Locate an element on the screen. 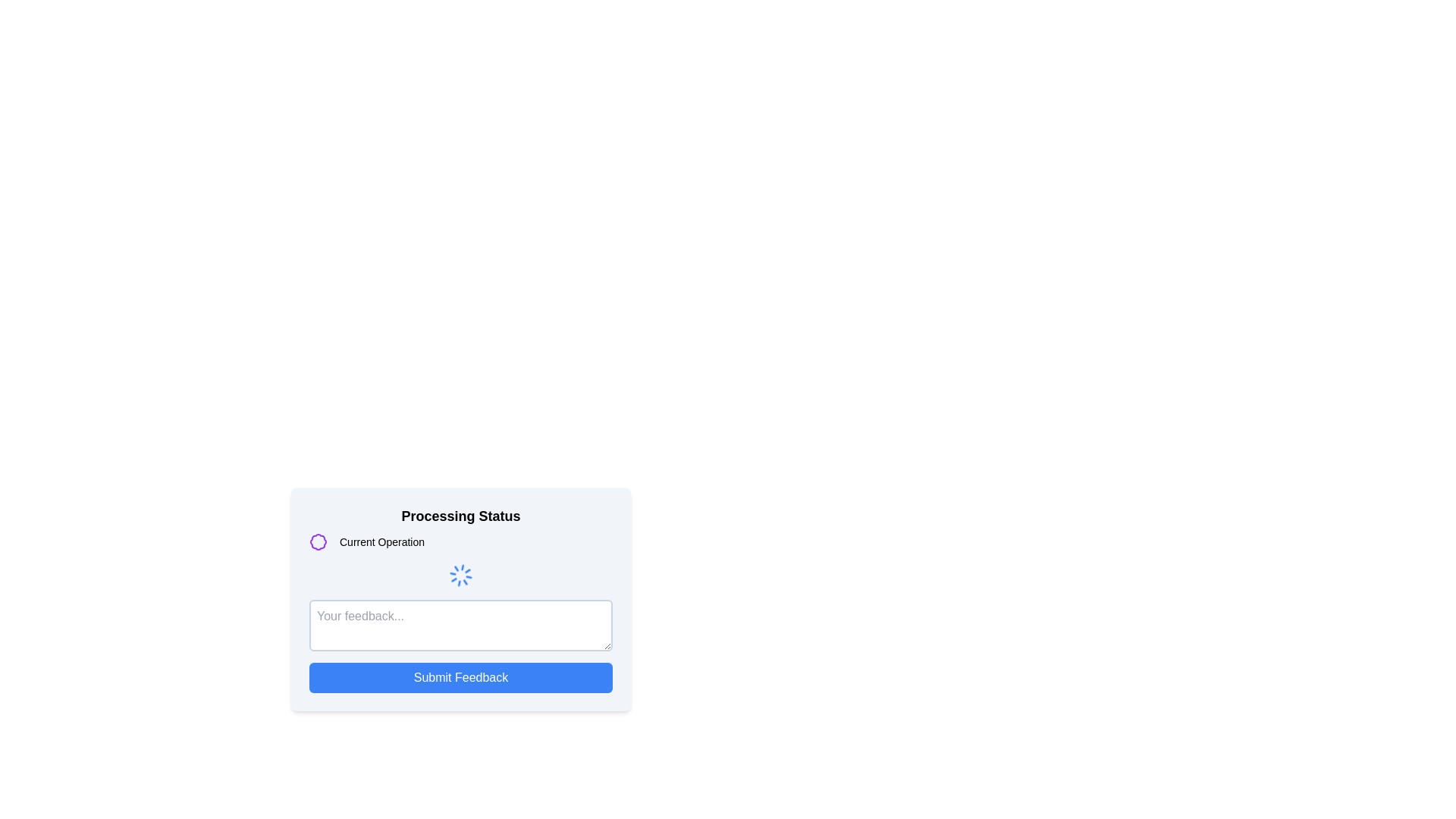 The image size is (1456, 819). the text label providing status information in the 'Processing Status' dialog box, located to the right of the icon is located at coordinates (382, 541).